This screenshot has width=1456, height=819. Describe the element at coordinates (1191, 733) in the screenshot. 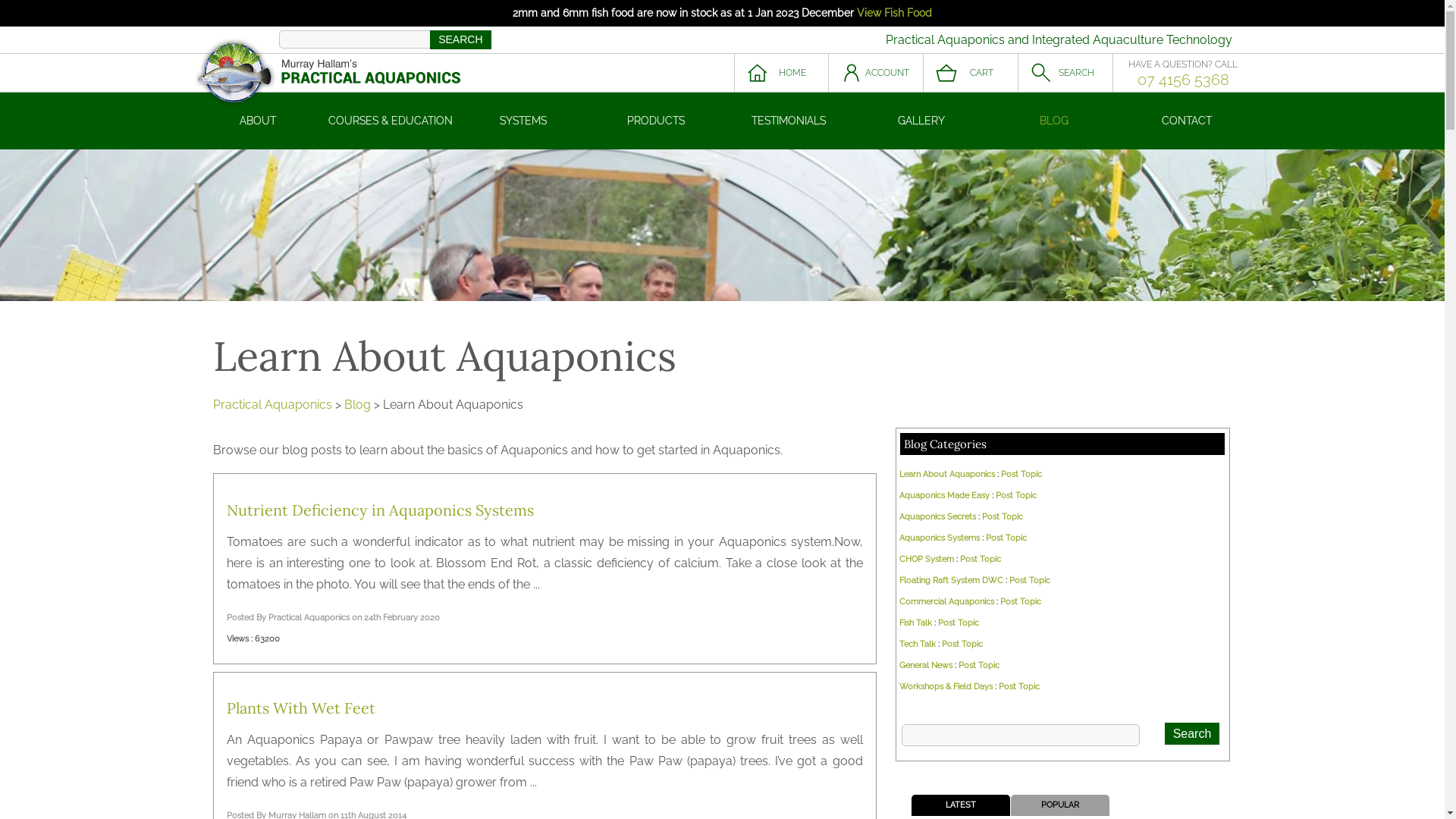

I see `'Search'` at that location.